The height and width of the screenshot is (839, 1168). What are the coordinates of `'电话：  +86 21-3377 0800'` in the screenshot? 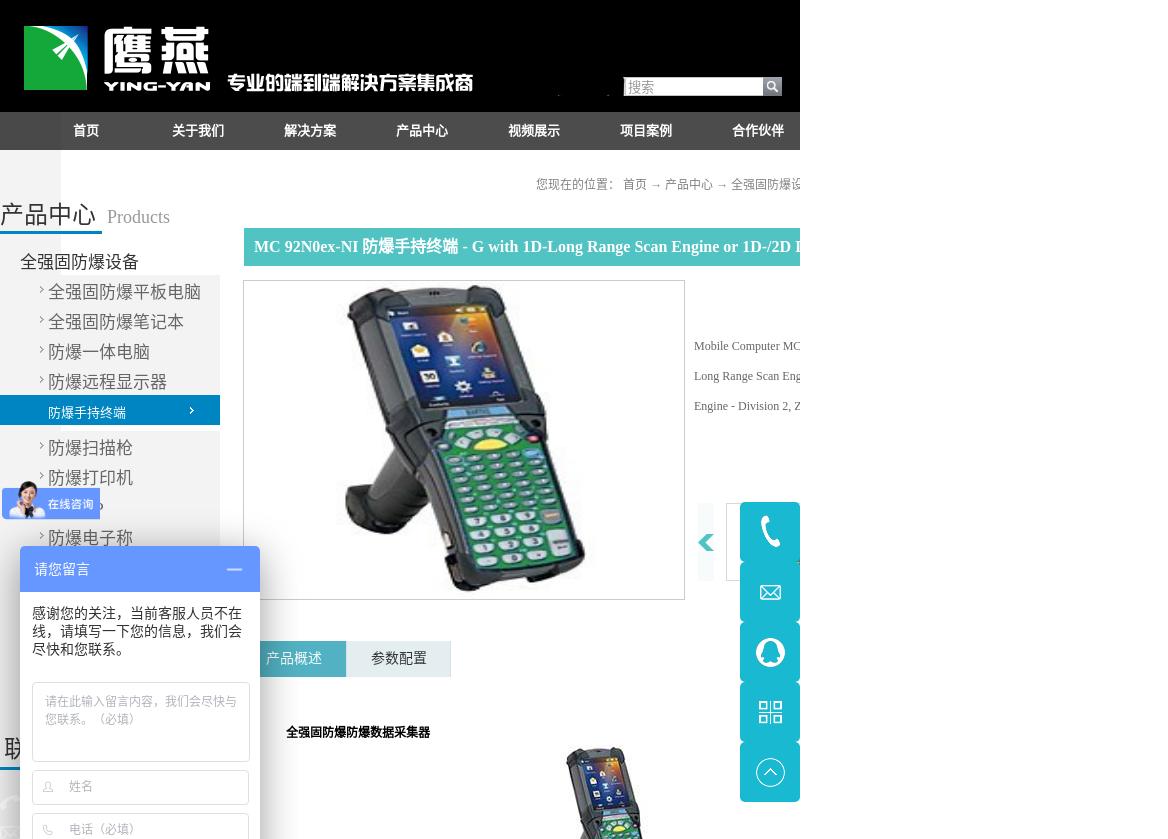 It's located at (103, 801).